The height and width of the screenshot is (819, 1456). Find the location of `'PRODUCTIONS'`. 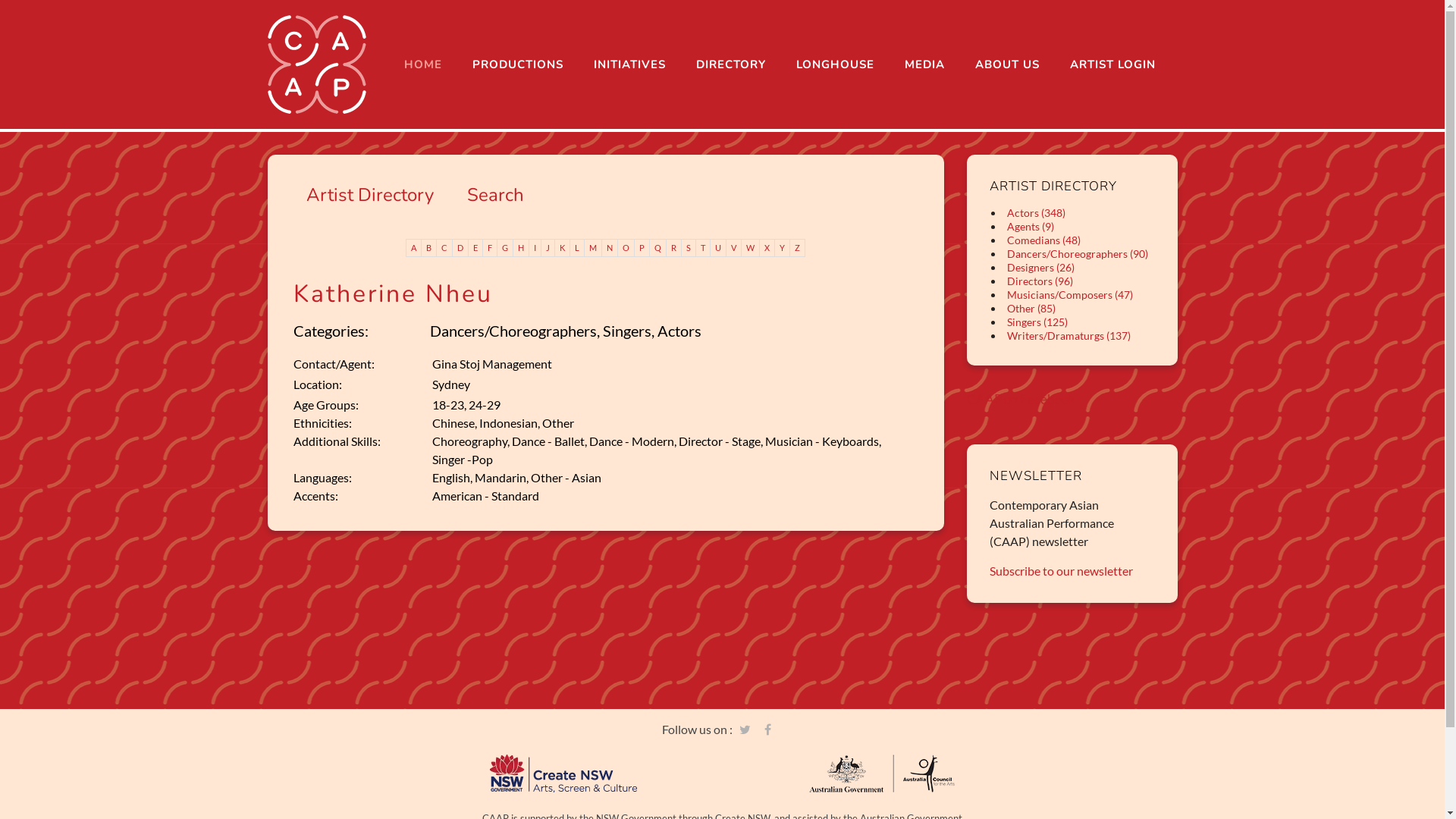

'PRODUCTIONS' is located at coordinates (516, 63).